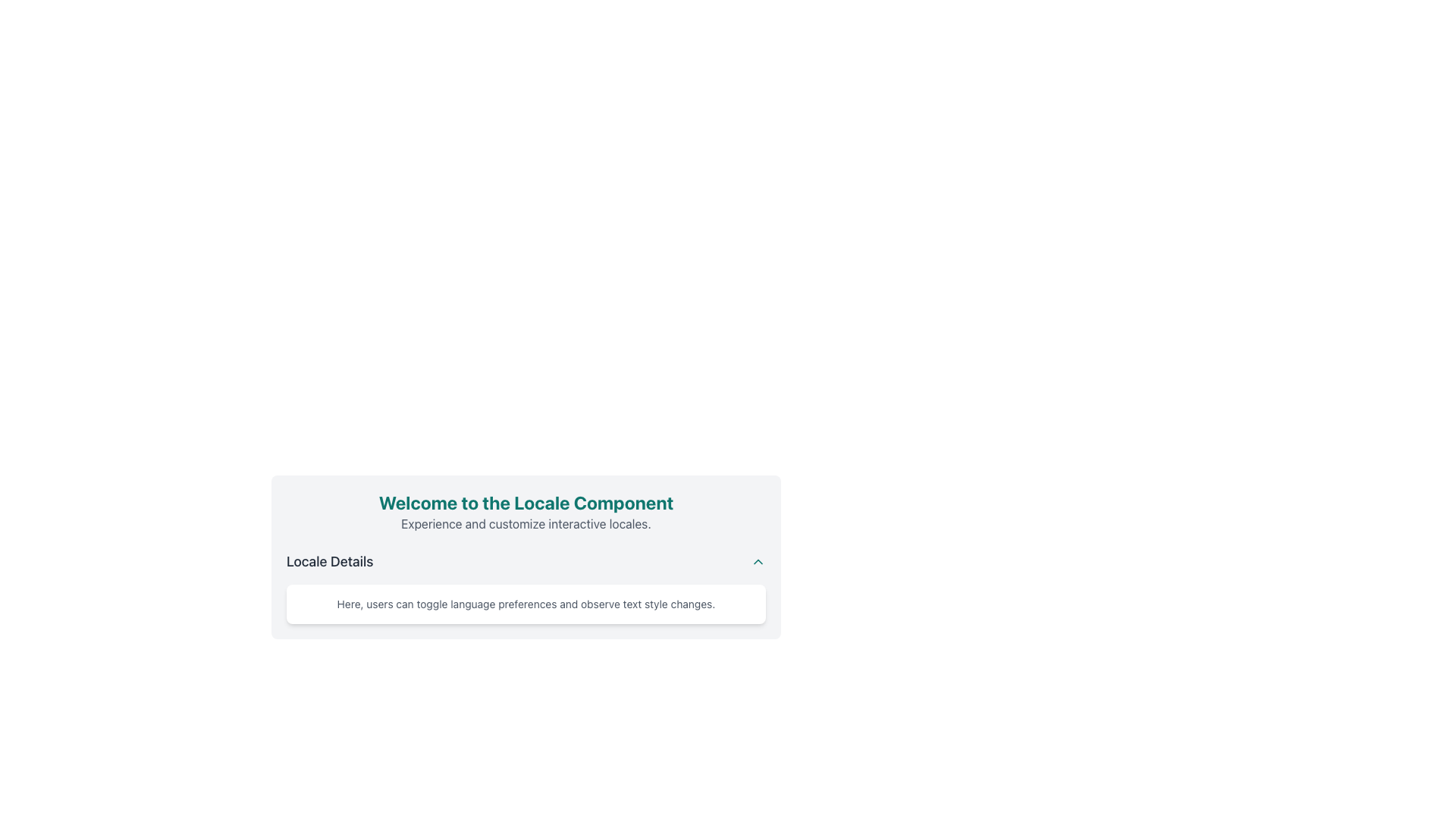  What do you see at coordinates (526, 522) in the screenshot?
I see `static text label that says 'Experience and customize interactive locales.' positioned directly beneath the heading 'Welcome to the Locale Component.'` at bounding box center [526, 522].